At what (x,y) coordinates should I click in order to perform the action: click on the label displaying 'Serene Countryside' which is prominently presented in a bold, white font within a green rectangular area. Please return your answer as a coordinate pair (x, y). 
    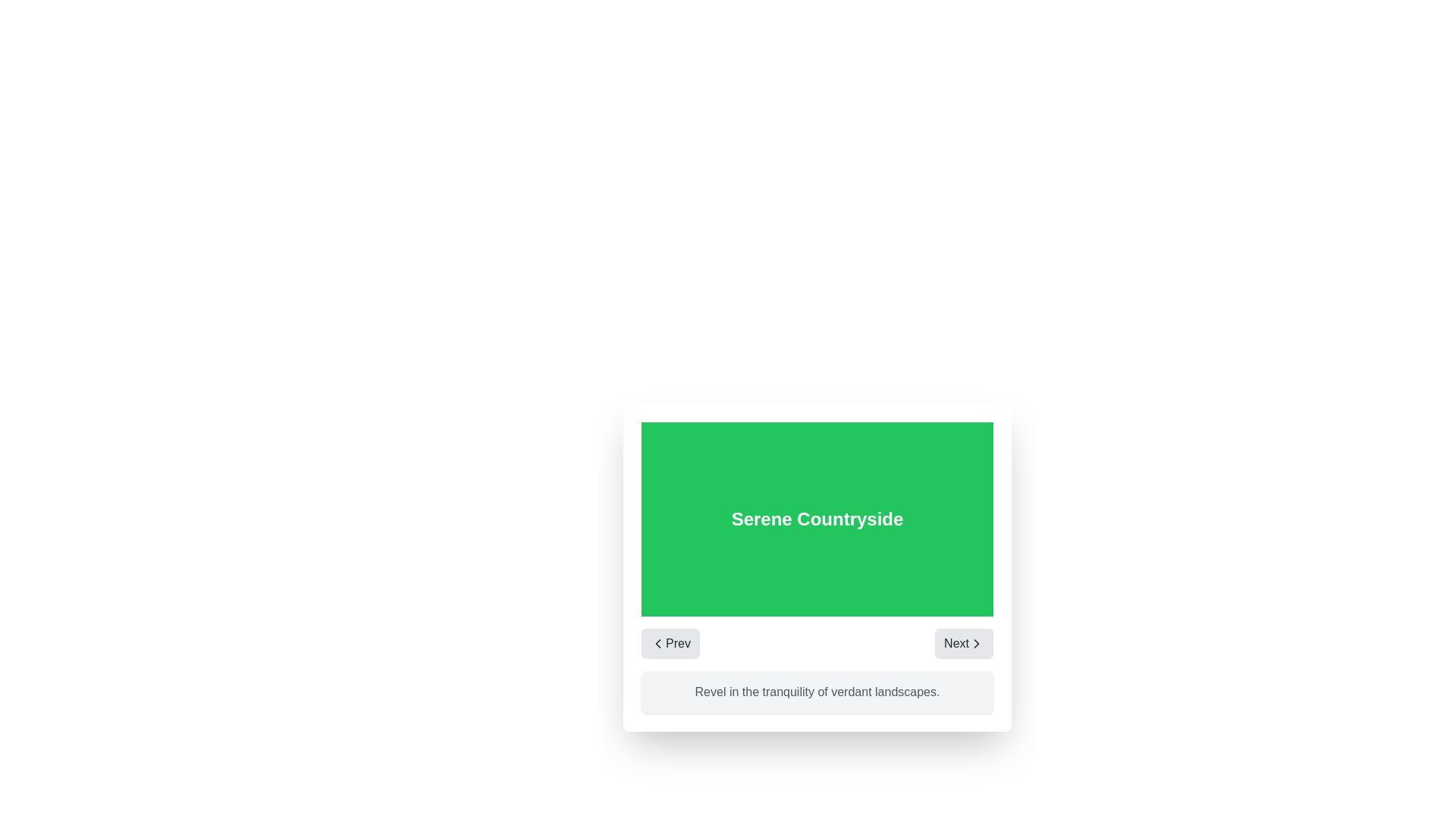
    Looking at the image, I should click on (817, 519).